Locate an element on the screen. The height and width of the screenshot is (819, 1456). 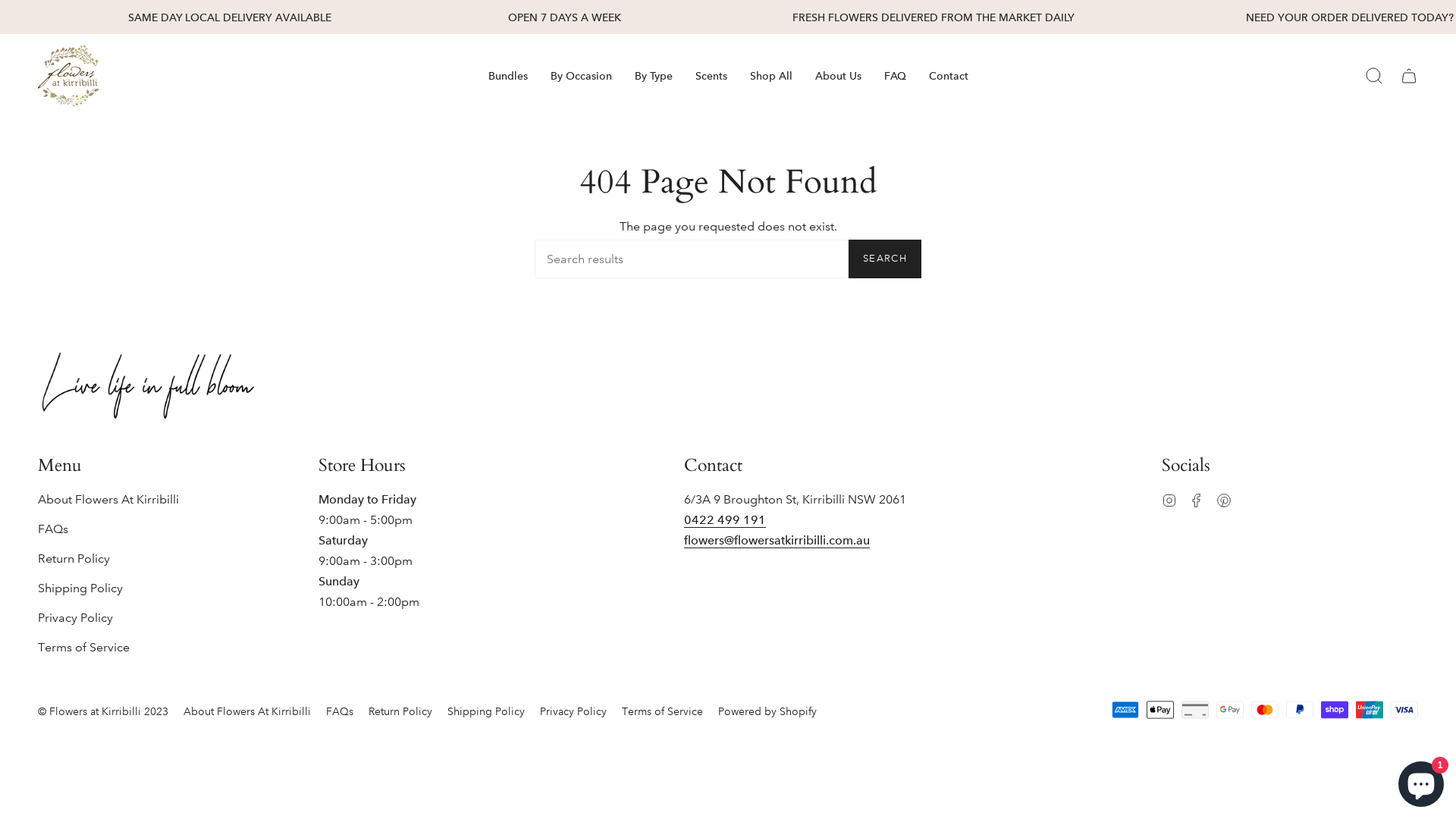
'About Flowers At Kirribilli' is located at coordinates (247, 711).